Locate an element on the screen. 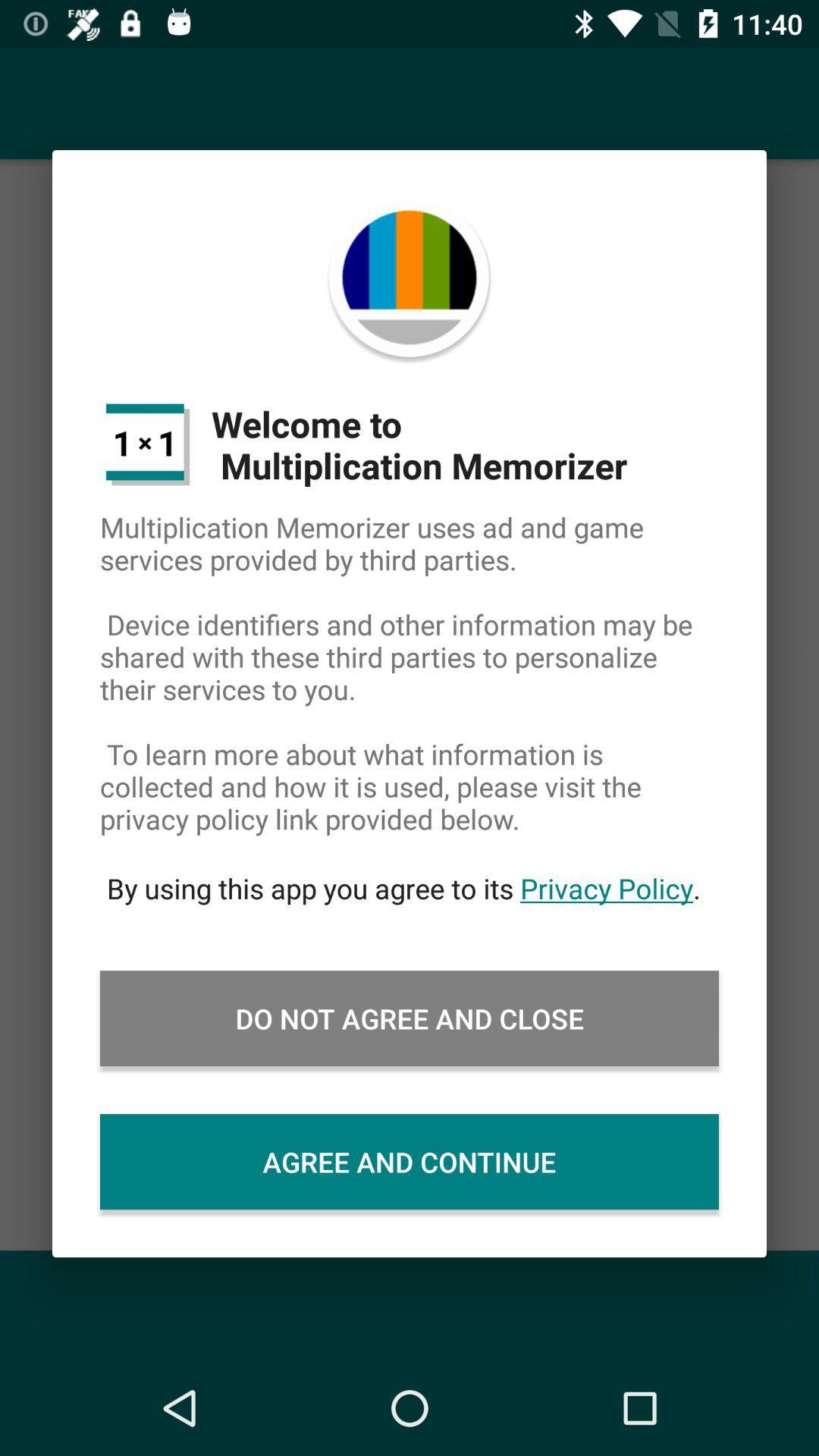 Image resolution: width=819 pixels, height=1456 pixels. by using this icon is located at coordinates (409, 888).